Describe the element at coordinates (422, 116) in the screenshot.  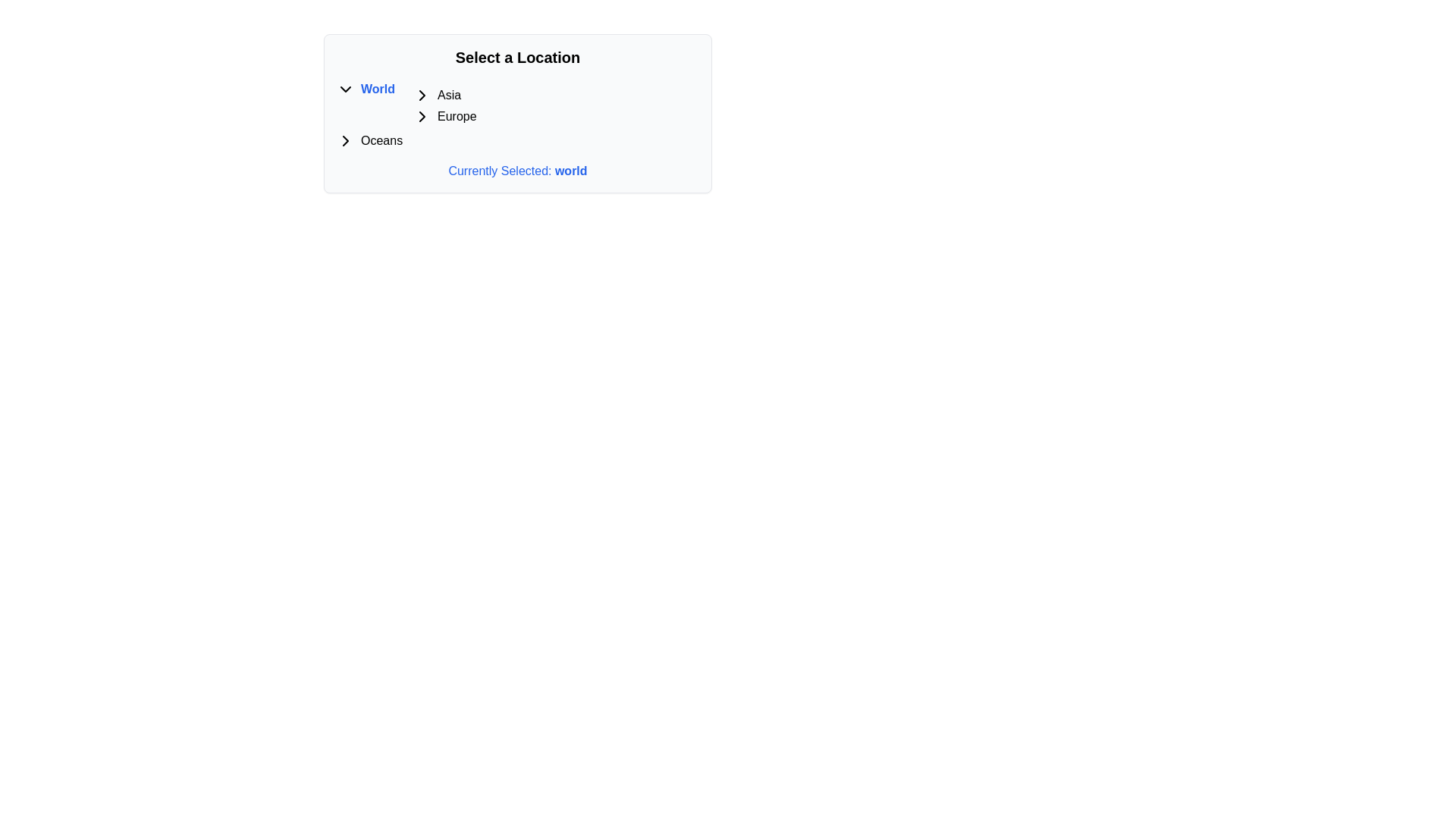
I see `the rightward-pointing arrow icon button located to the immediate left of the 'Europe' text in the selectable locations list` at that location.